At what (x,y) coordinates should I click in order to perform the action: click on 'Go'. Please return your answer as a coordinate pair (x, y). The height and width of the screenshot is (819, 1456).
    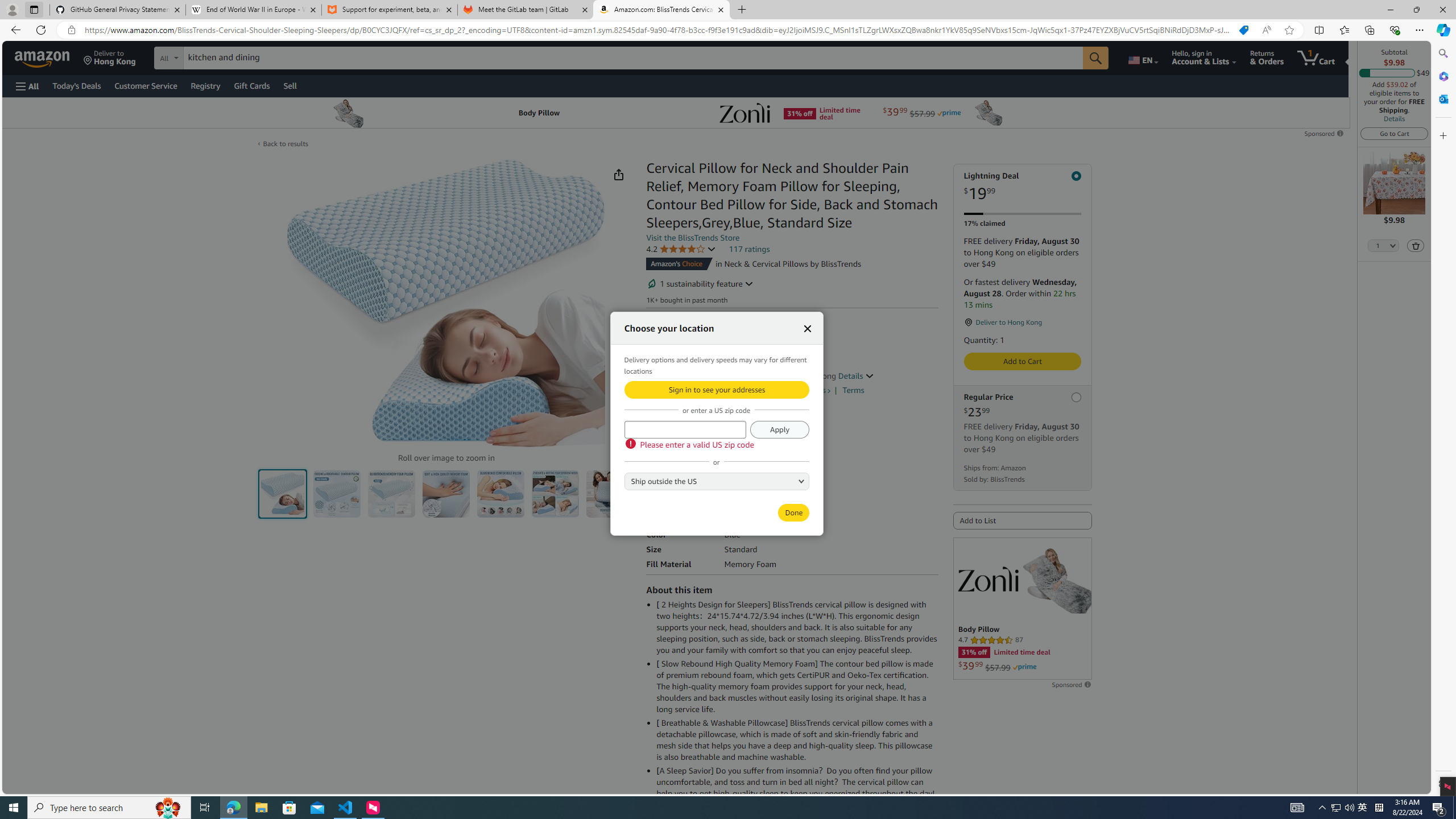
    Looking at the image, I should click on (1096, 58).